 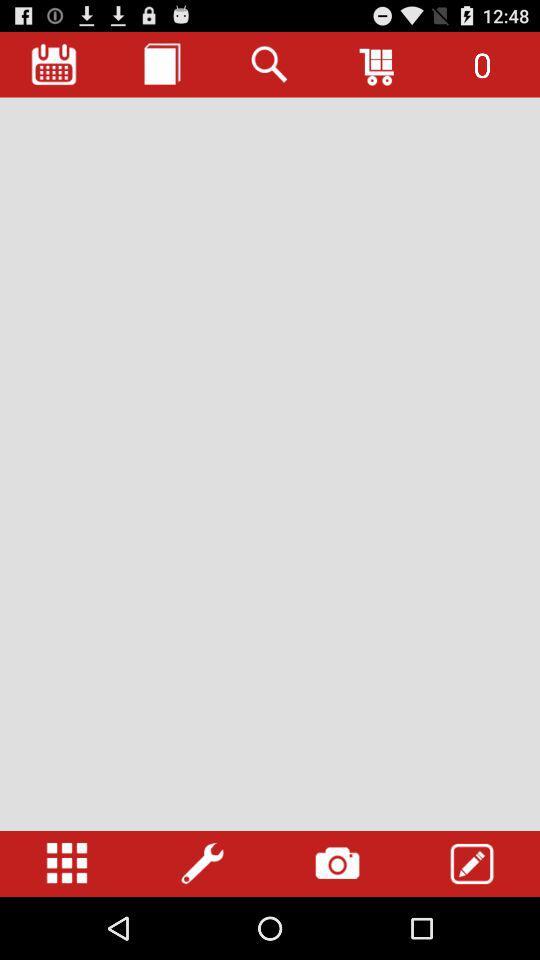 I want to click on write, so click(x=472, y=863).